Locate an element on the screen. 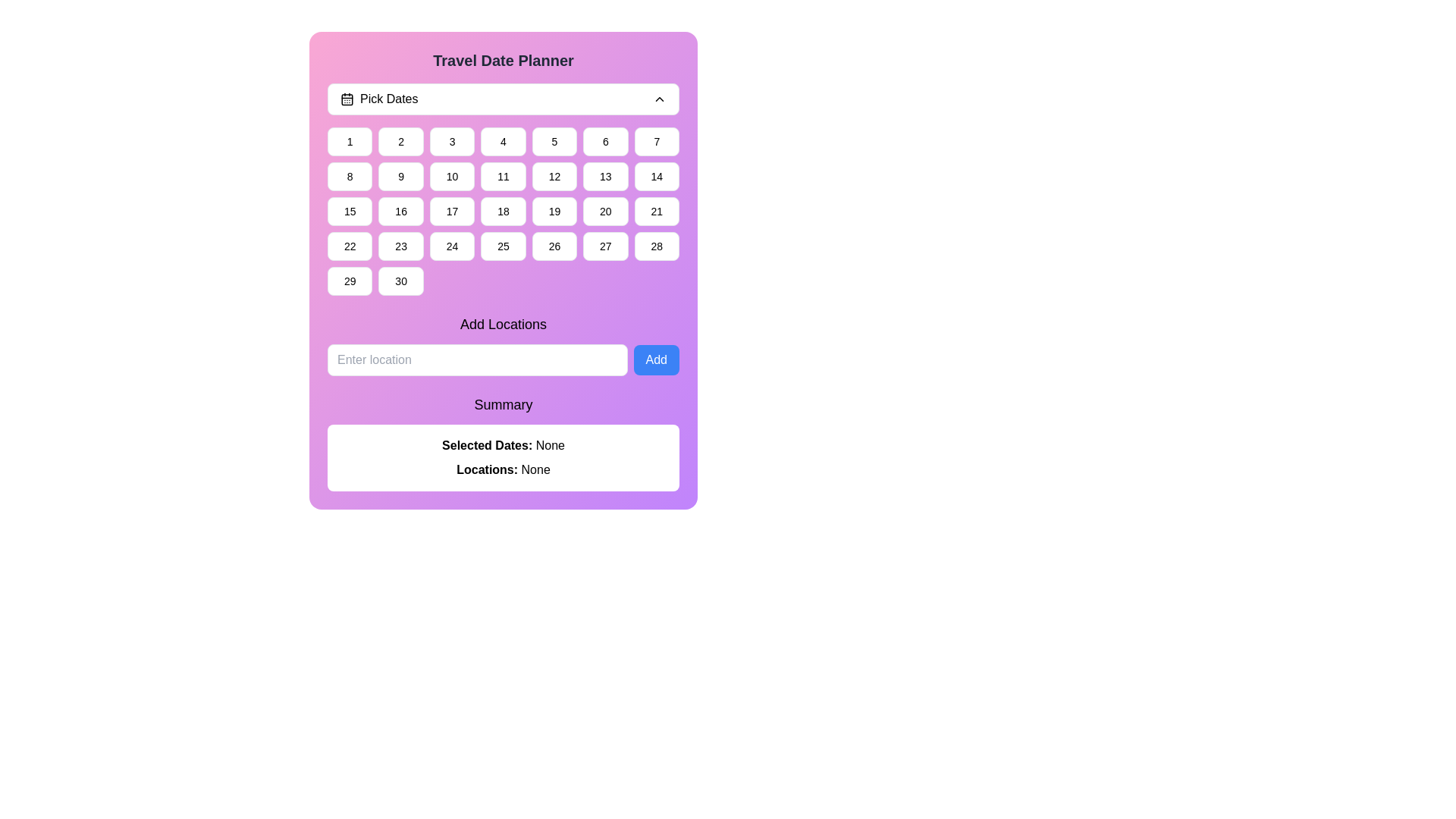 This screenshot has width=1456, height=819. the button representing the date '21' in the calendar interface is located at coordinates (657, 211).